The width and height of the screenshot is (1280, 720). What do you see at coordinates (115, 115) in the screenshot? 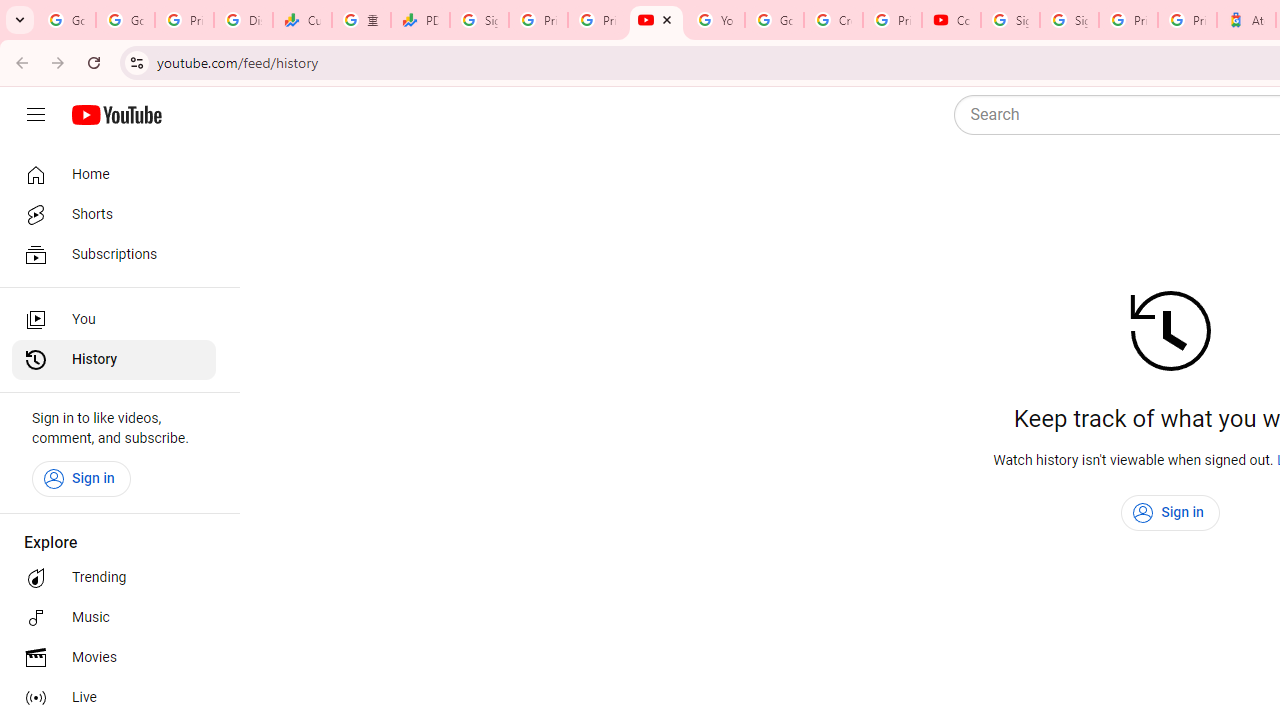
I see `'YouTube Home'` at bounding box center [115, 115].